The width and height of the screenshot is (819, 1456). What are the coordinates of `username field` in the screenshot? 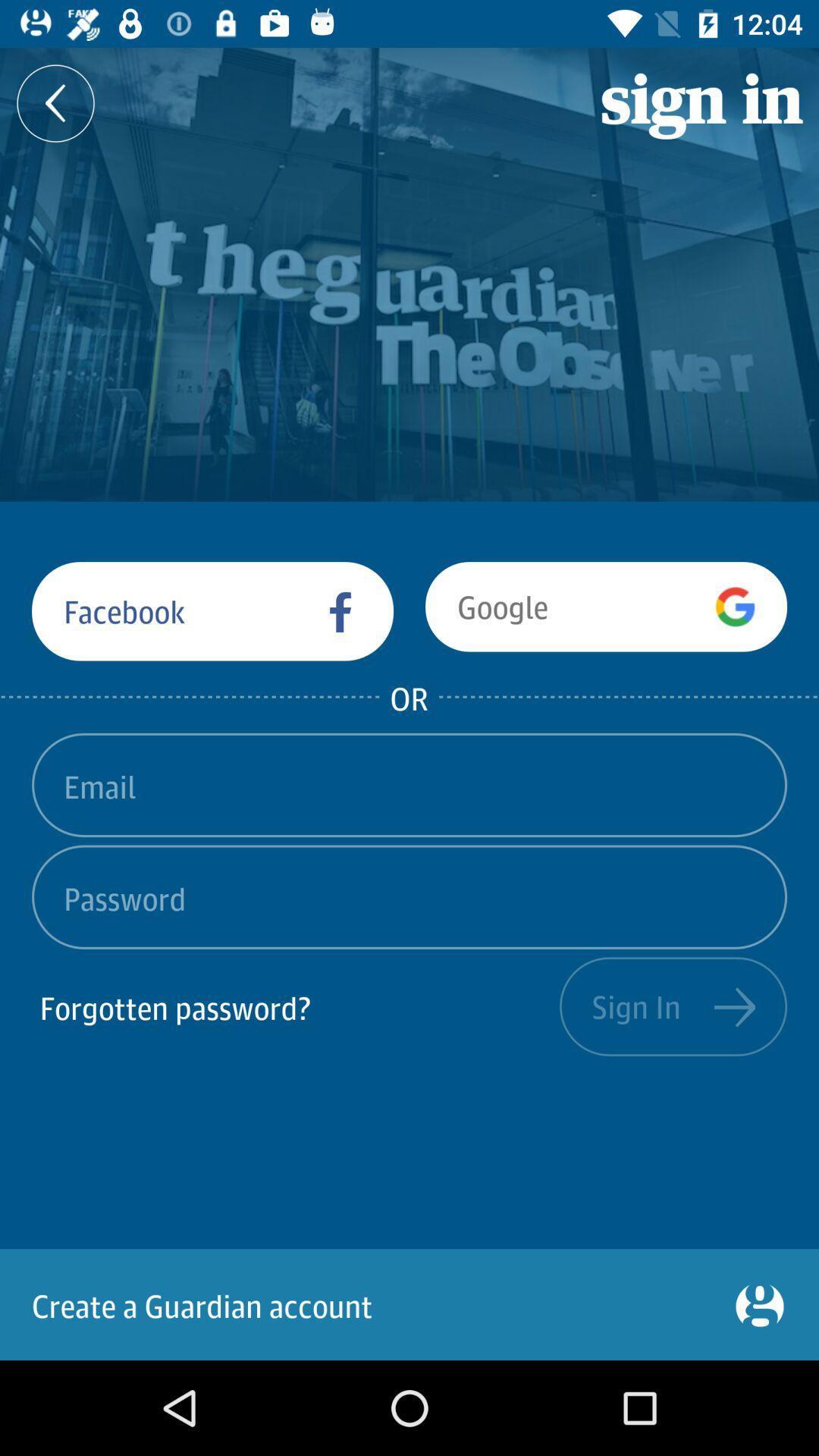 It's located at (409, 785).